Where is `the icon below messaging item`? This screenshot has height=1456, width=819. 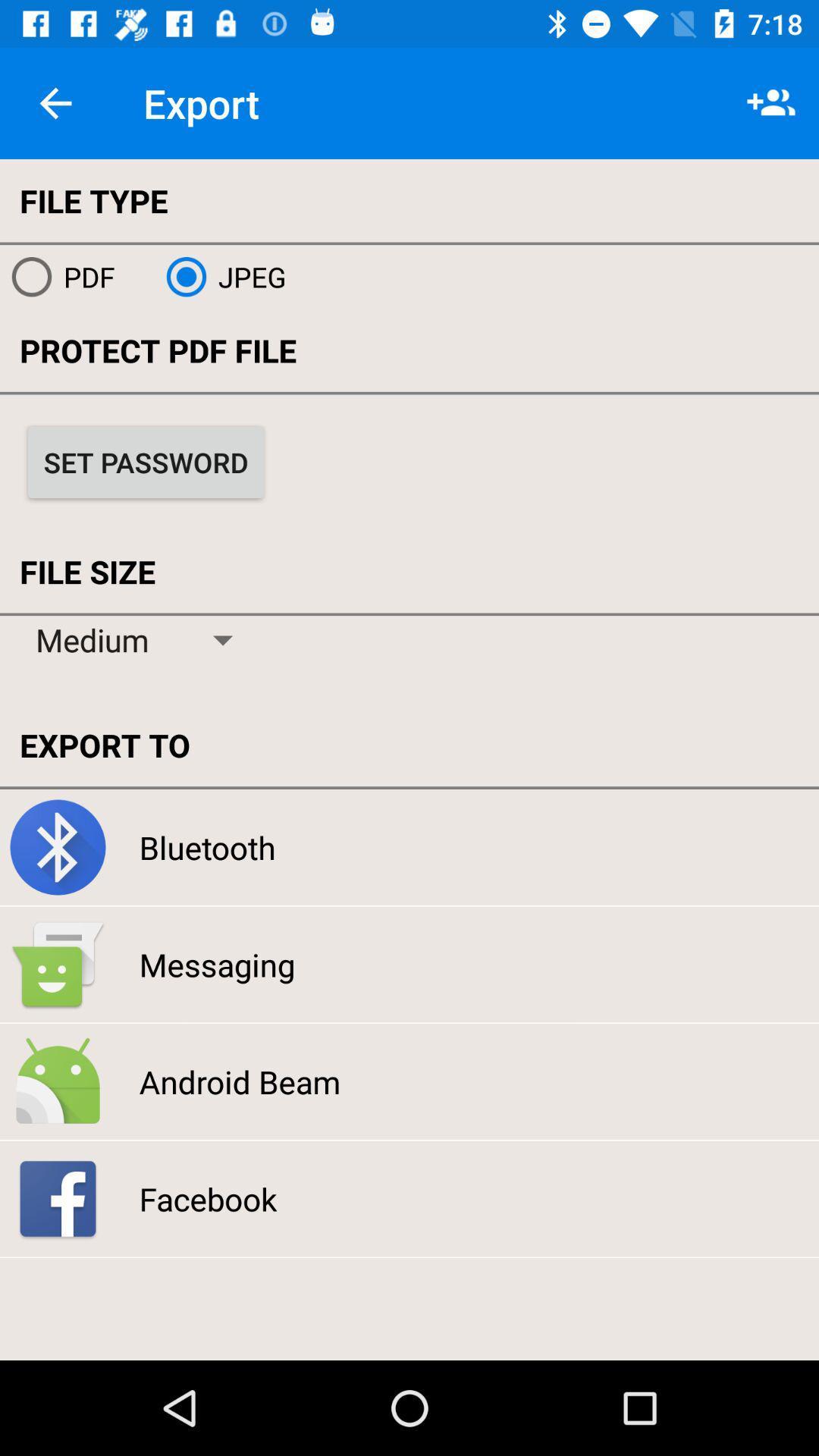
the icon below messaging item is located at coordinates (239, 1081).